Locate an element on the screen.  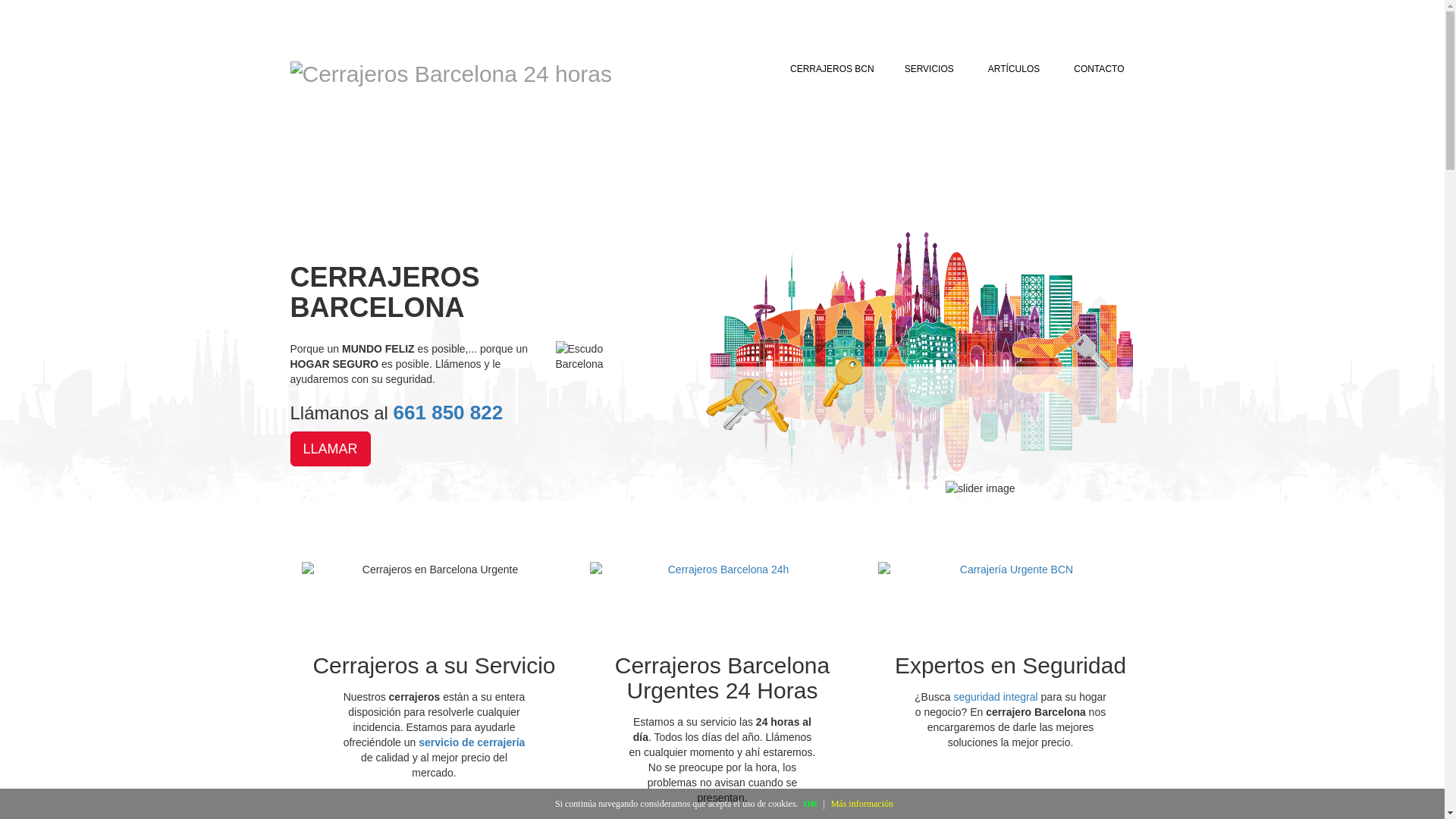
'seguridad integral' is located at coordinates (995, 696).